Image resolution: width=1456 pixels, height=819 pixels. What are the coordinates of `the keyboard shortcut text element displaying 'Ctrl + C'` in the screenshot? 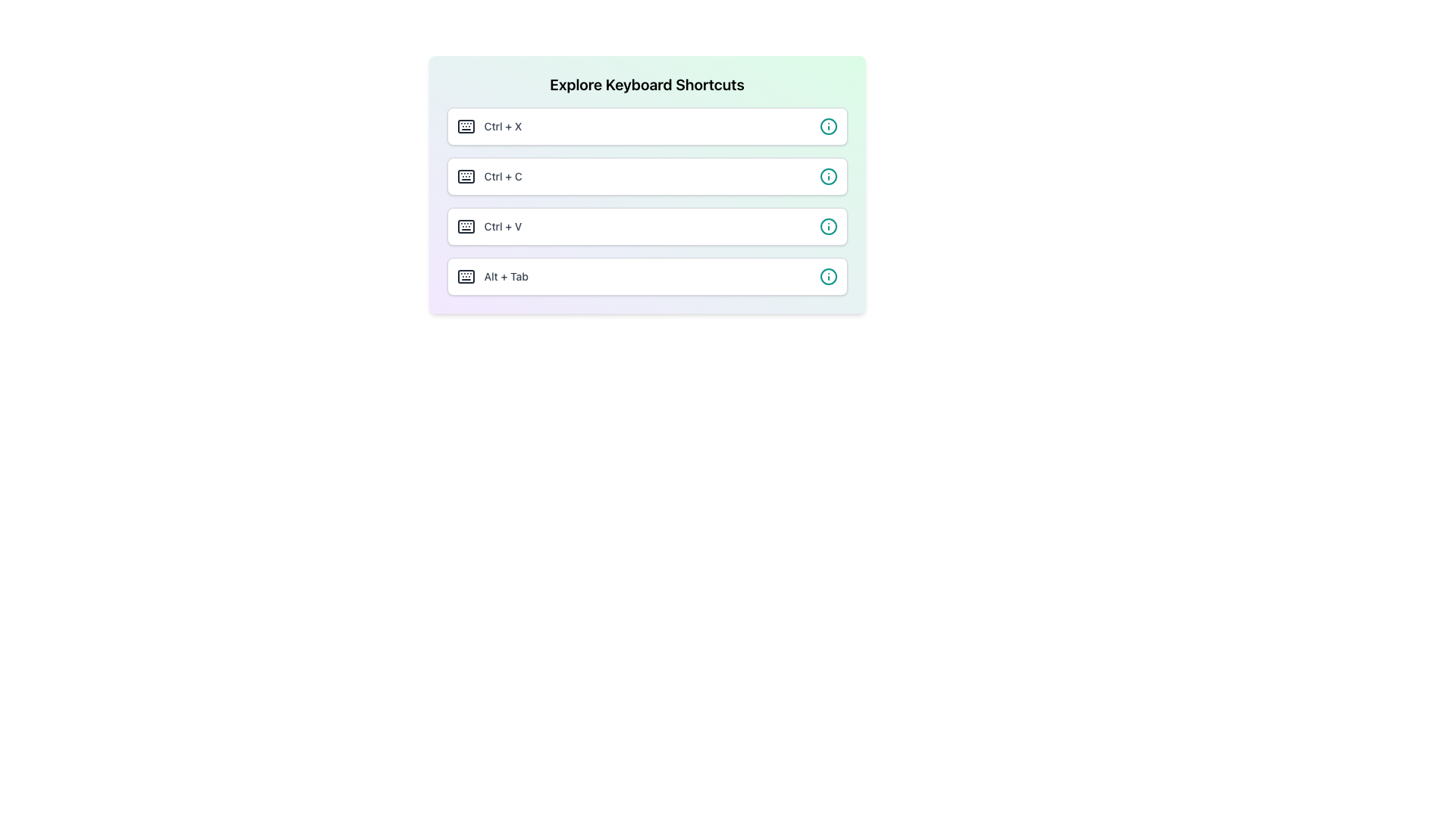 It's located at (489, 175).